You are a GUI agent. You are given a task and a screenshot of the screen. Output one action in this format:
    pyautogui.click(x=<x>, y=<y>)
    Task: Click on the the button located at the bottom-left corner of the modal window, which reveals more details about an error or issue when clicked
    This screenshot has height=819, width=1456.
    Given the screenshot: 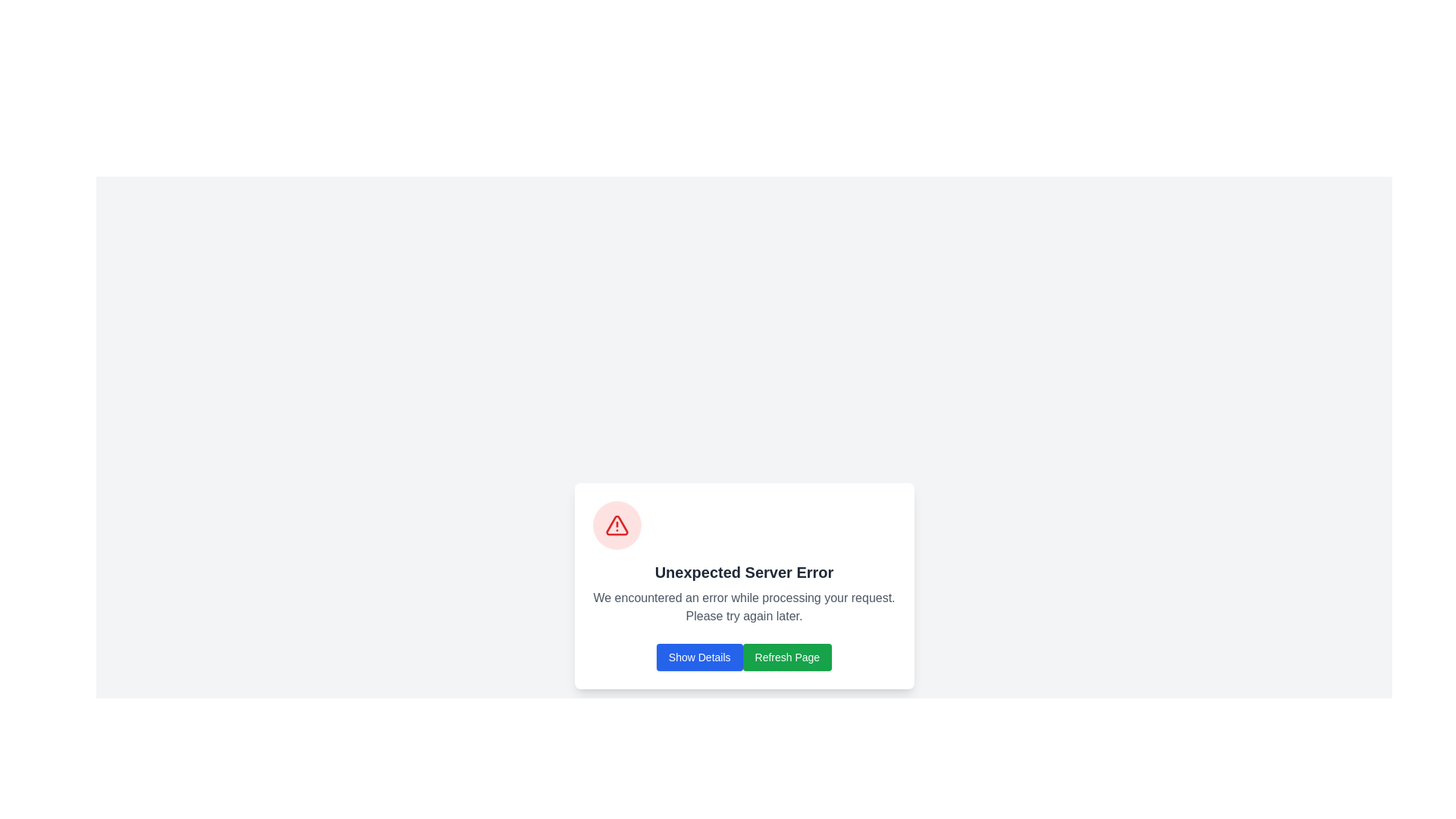 What is the action you would take?
    pyautogui.click(x=698, y=657)
    